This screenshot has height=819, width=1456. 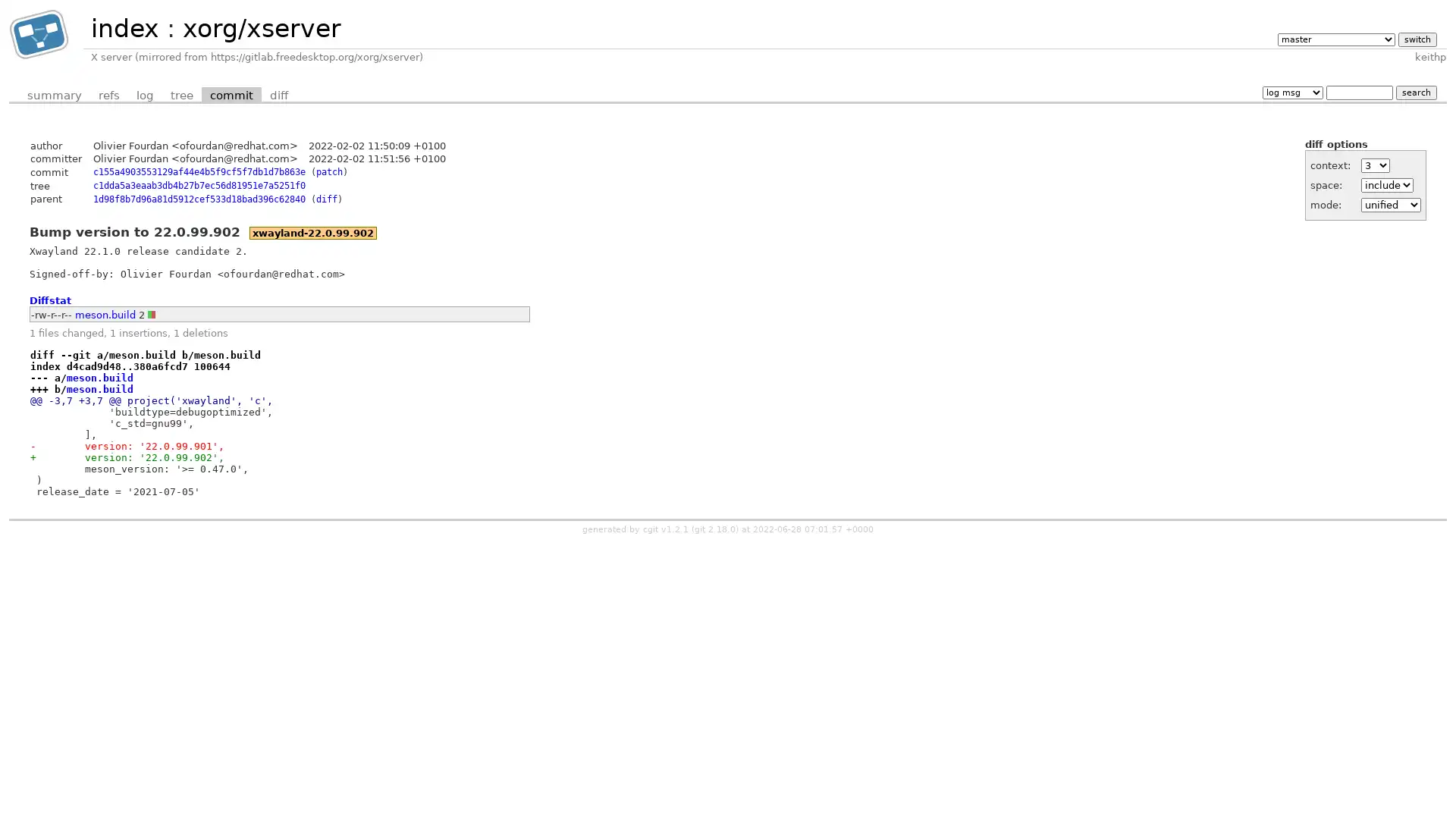 I want to click on search, so click(x=1415, y=92).